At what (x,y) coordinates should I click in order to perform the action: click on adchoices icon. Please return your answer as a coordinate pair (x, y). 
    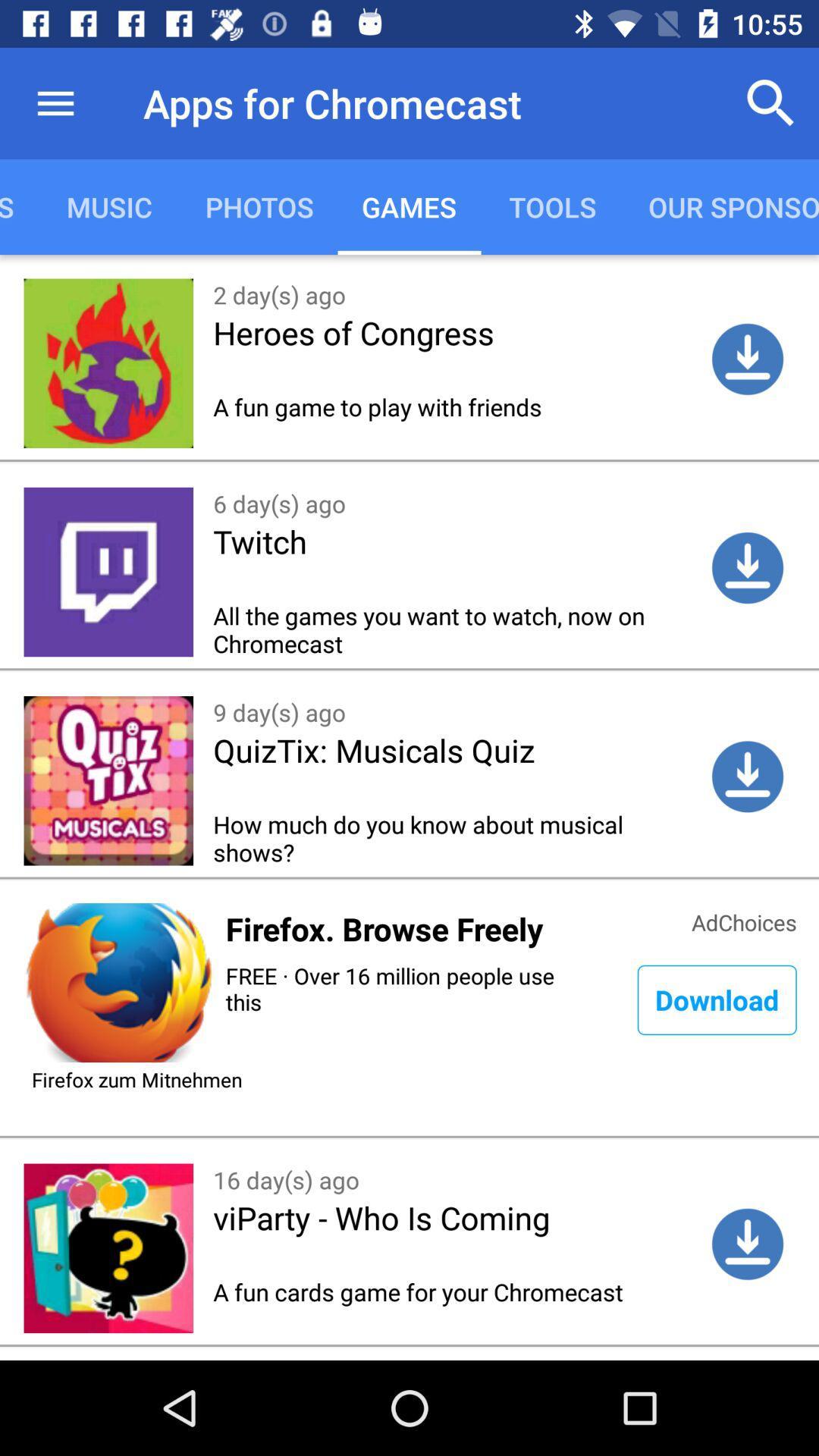
    Looking at the image, I should click on (743, 920).